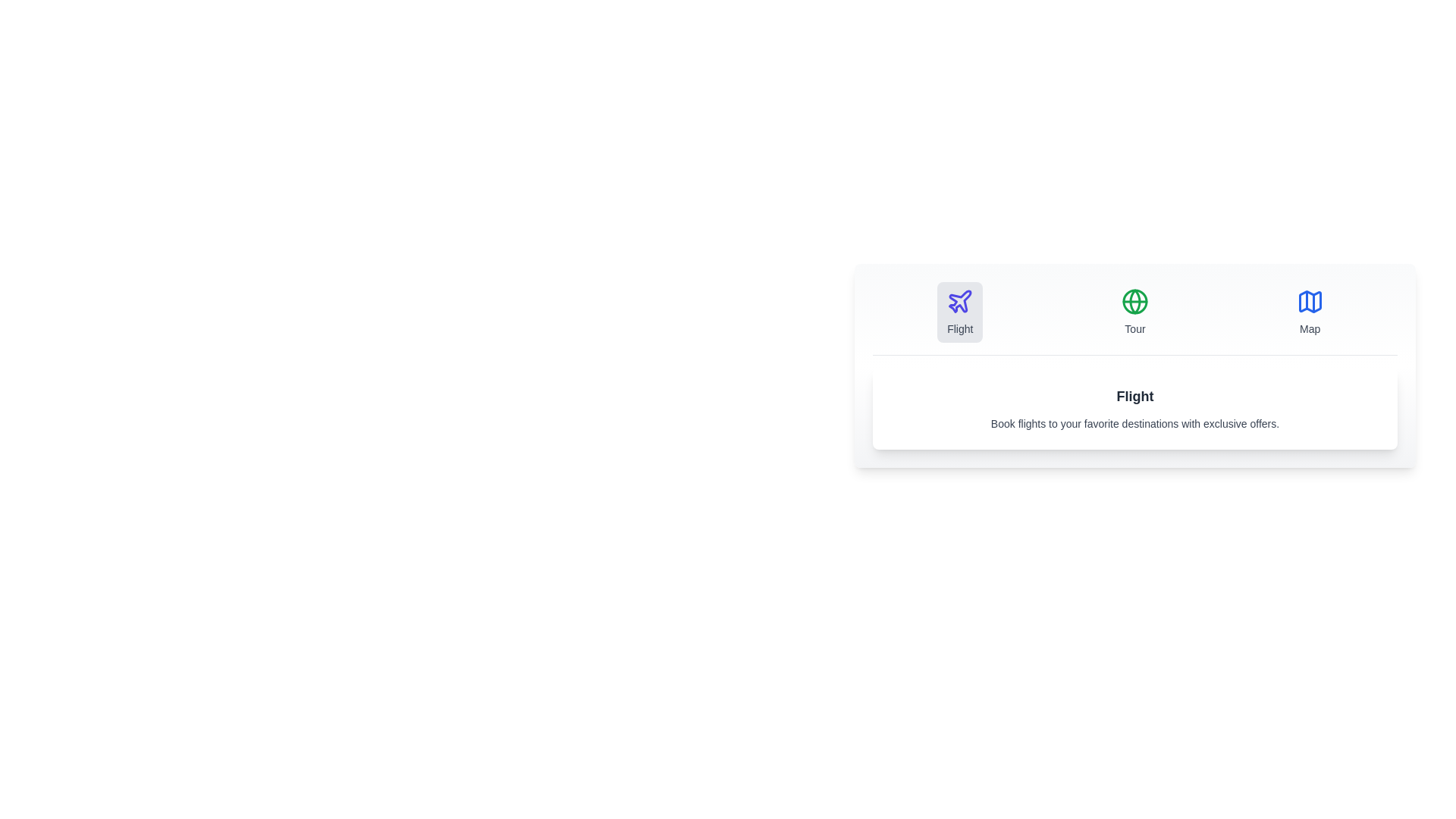 The image size is (1456, 819). What do you see at coordinates (1135, 408) in the screenshot?
I see `the text content displayed in the active tab` at bounding box center [1135, 408].